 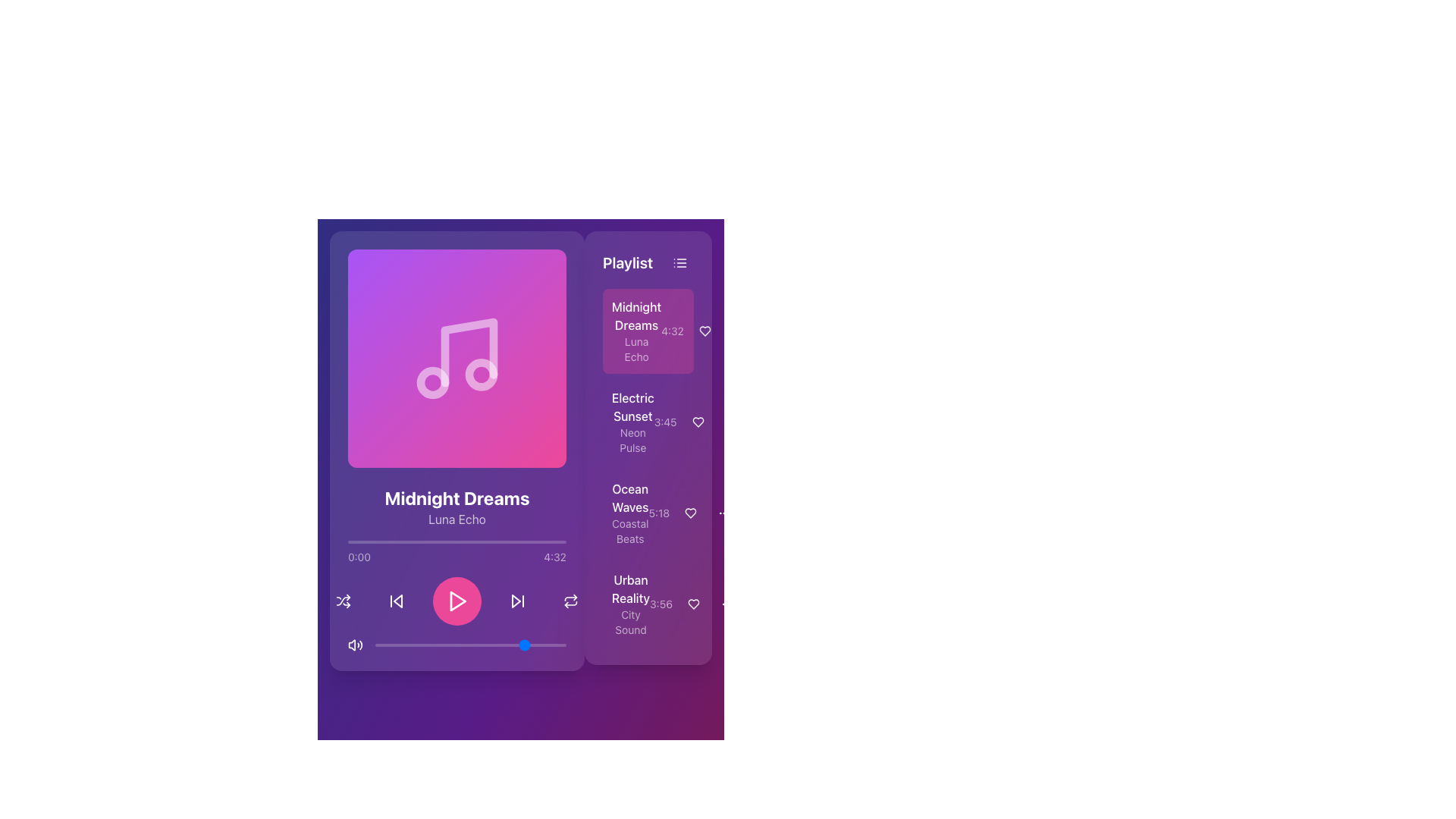 I want to click on playback progress, so click(x=441, y=645).